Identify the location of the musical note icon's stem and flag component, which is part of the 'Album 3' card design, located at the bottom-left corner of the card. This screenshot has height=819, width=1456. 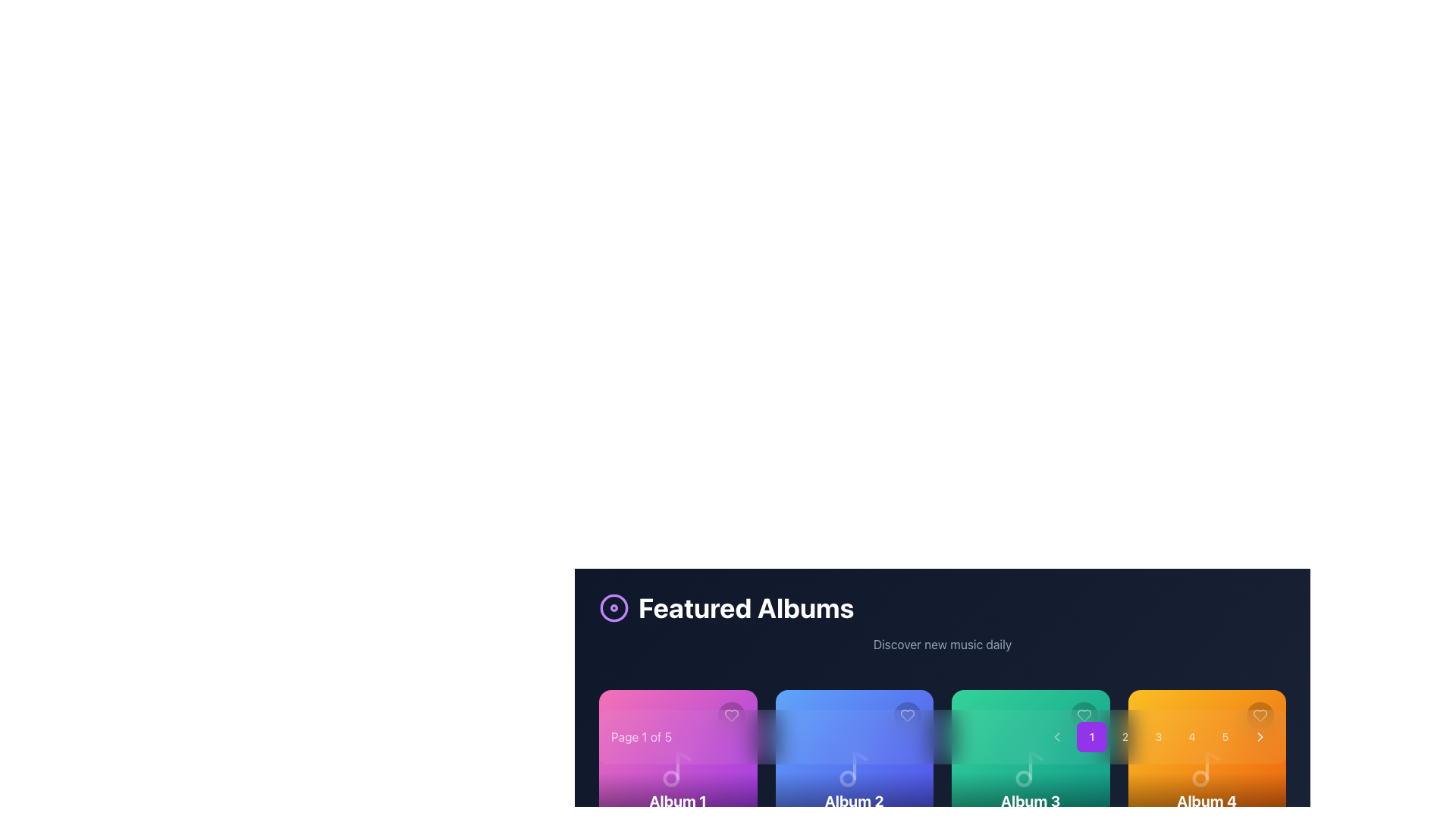
(1035, 765).